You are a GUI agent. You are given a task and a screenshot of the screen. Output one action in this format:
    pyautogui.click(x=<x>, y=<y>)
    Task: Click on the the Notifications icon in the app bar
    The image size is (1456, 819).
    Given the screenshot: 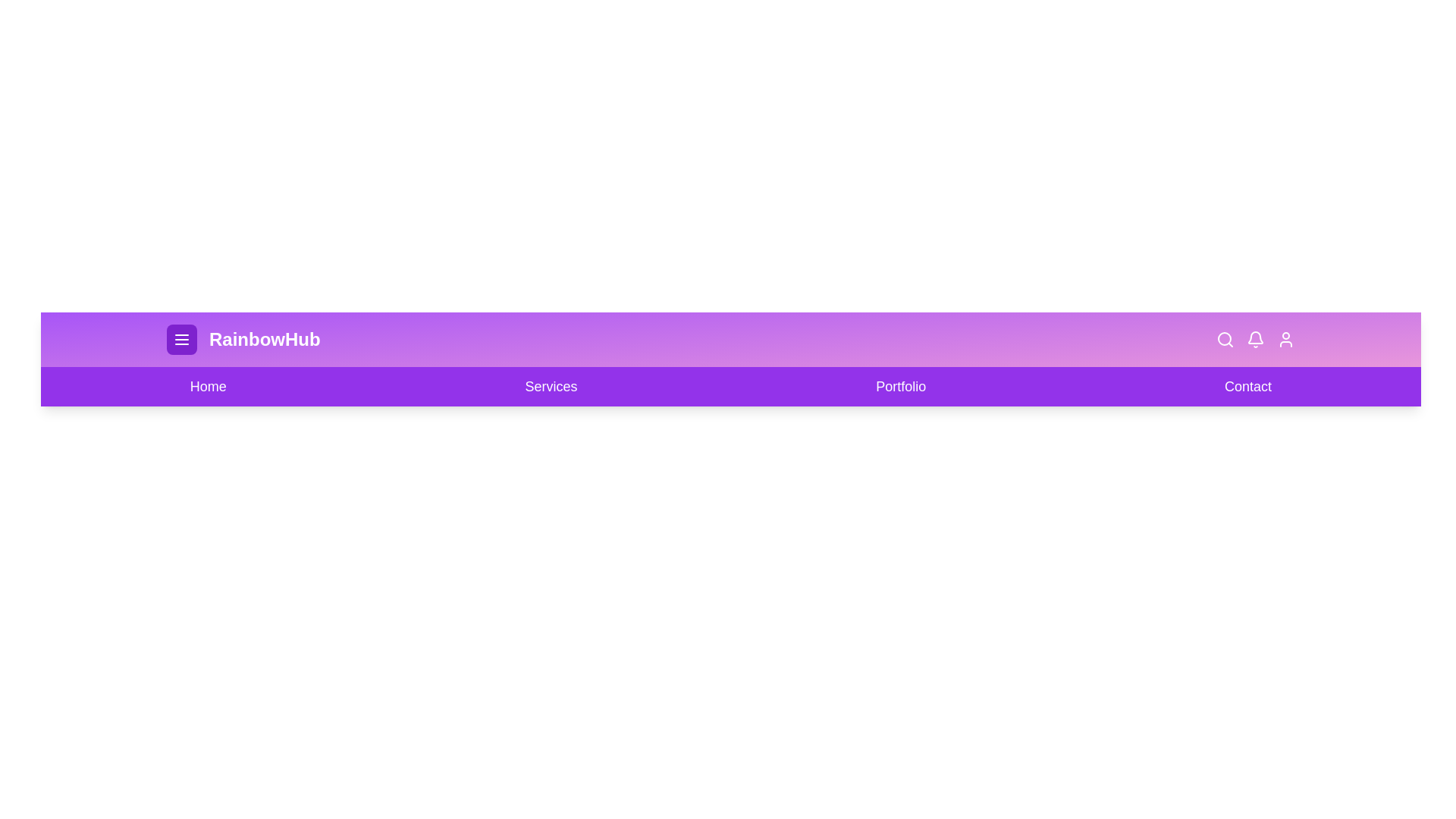 What is the action you would take?
    pyautogui.click(x=1256, y=338)
    